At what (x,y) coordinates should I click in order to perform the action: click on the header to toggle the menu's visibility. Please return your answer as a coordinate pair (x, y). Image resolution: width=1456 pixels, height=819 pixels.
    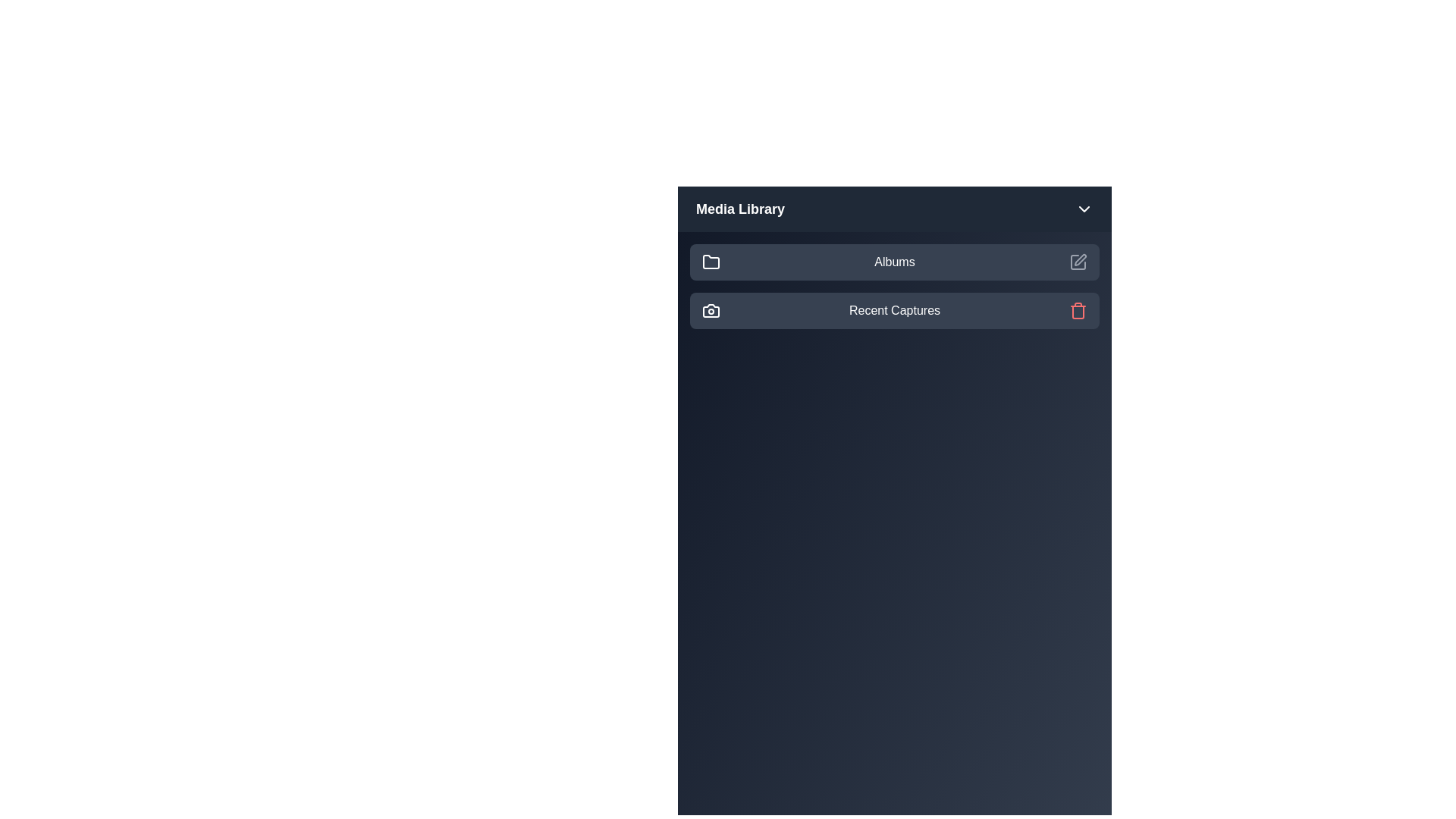
    Looking at the image, I should click on (895, 209).